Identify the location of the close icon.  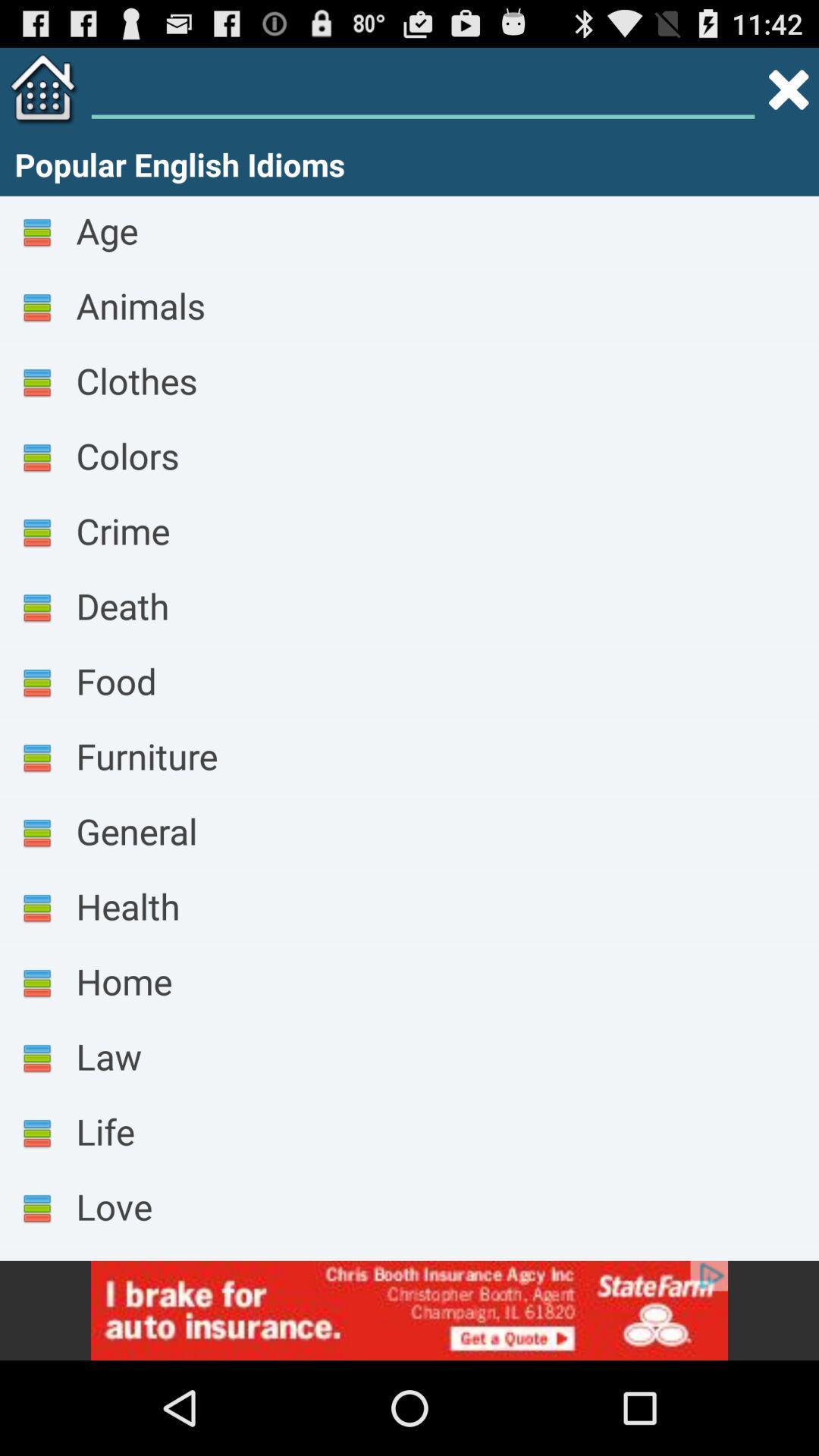
(788, 95).